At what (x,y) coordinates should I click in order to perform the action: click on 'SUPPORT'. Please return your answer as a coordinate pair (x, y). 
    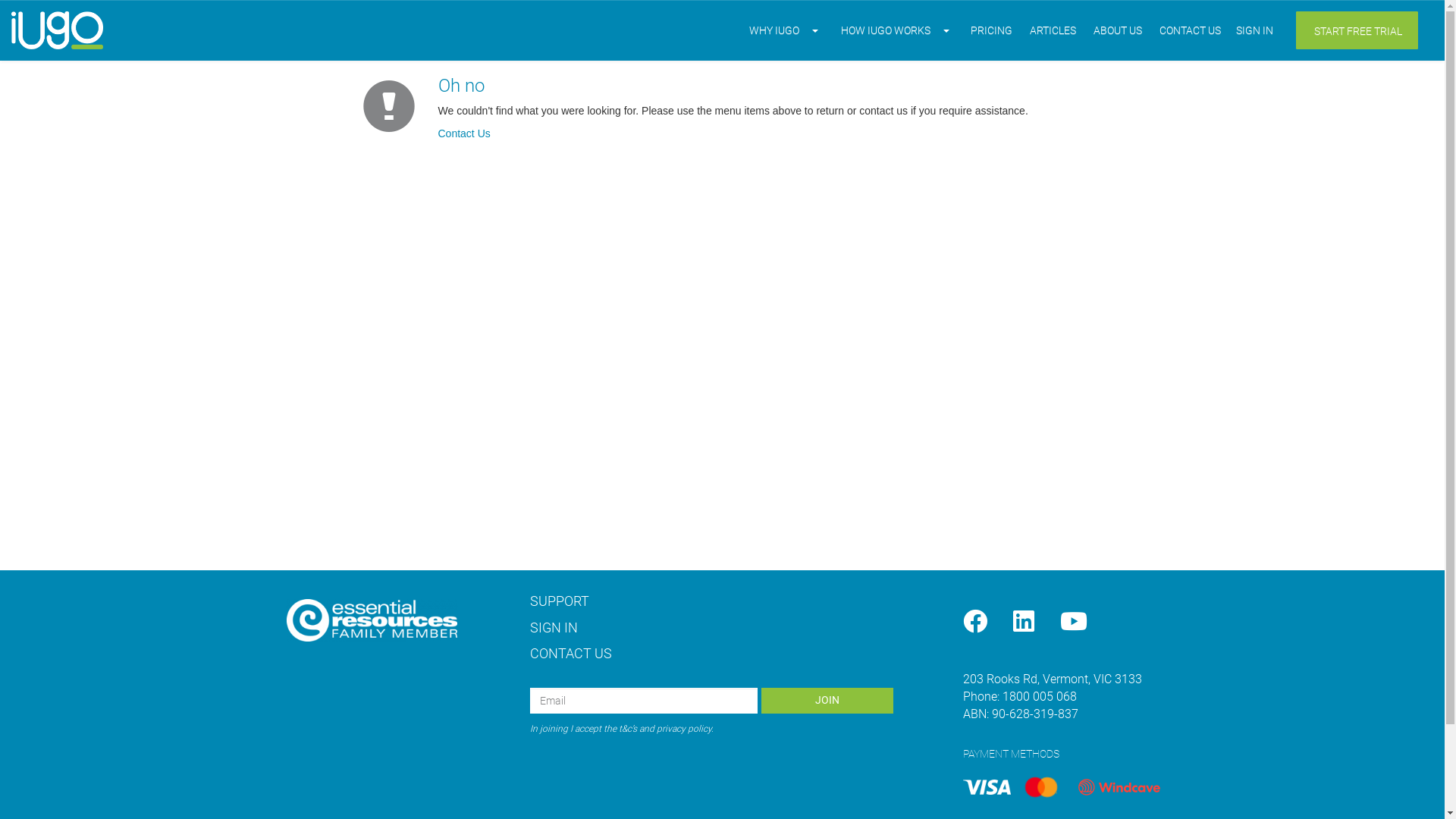
    Looking at the image, I should click on (559, 600).